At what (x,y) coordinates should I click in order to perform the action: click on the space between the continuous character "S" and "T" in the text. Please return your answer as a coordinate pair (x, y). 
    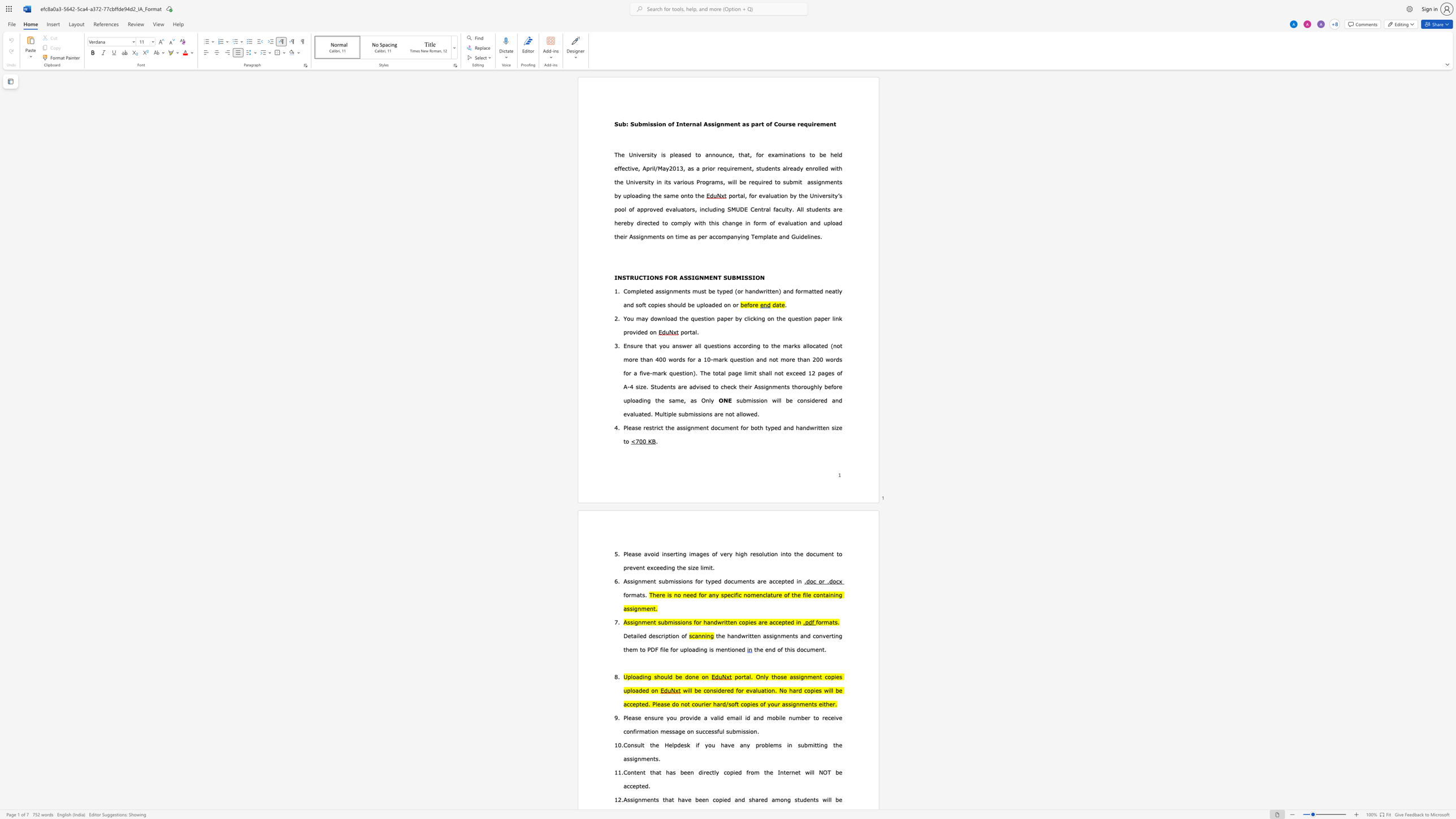
    Looking at the image, I should click on (626, 277).